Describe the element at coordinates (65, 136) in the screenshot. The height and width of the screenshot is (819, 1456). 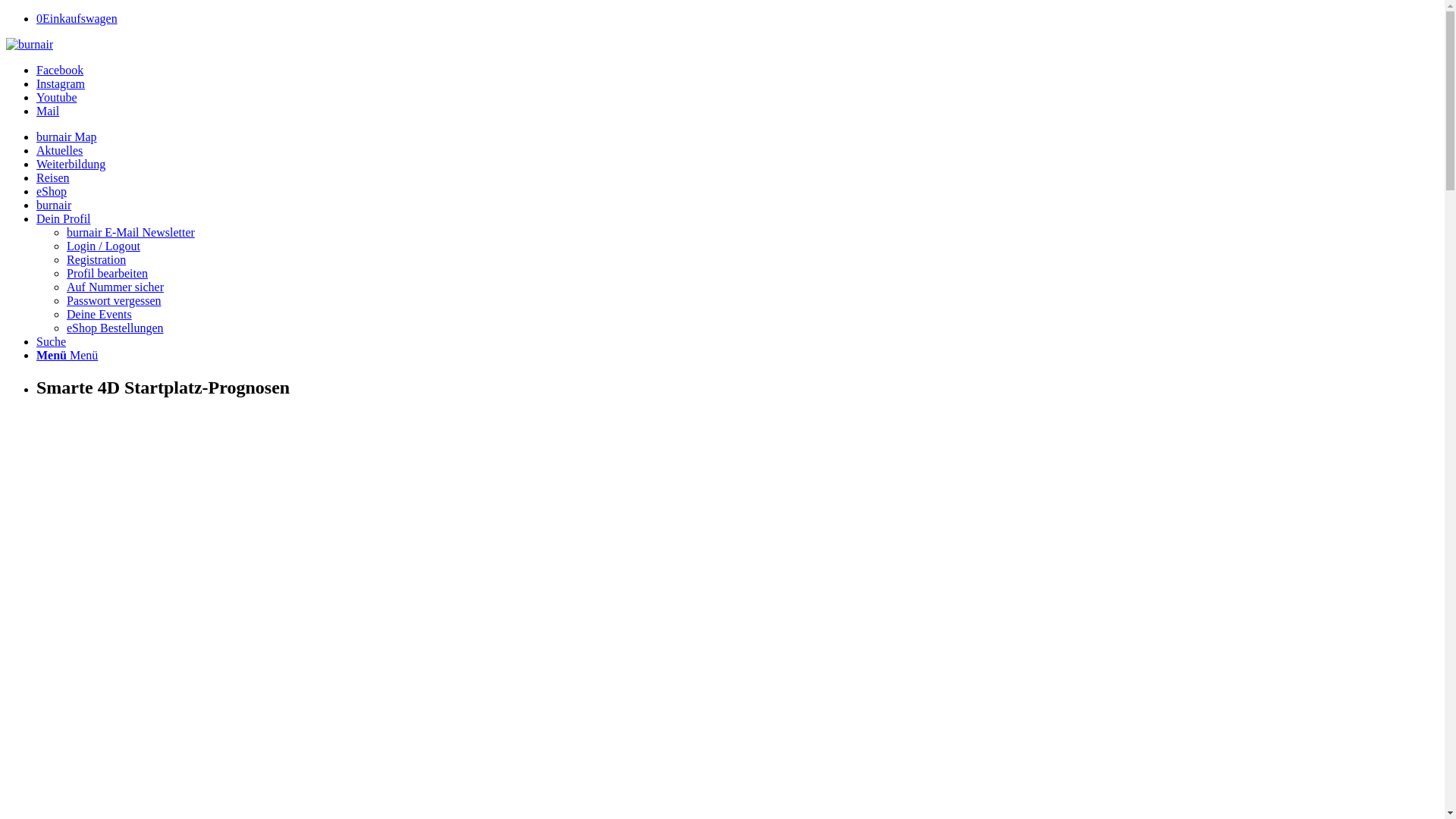
I see `'burnair Map'` at that location.